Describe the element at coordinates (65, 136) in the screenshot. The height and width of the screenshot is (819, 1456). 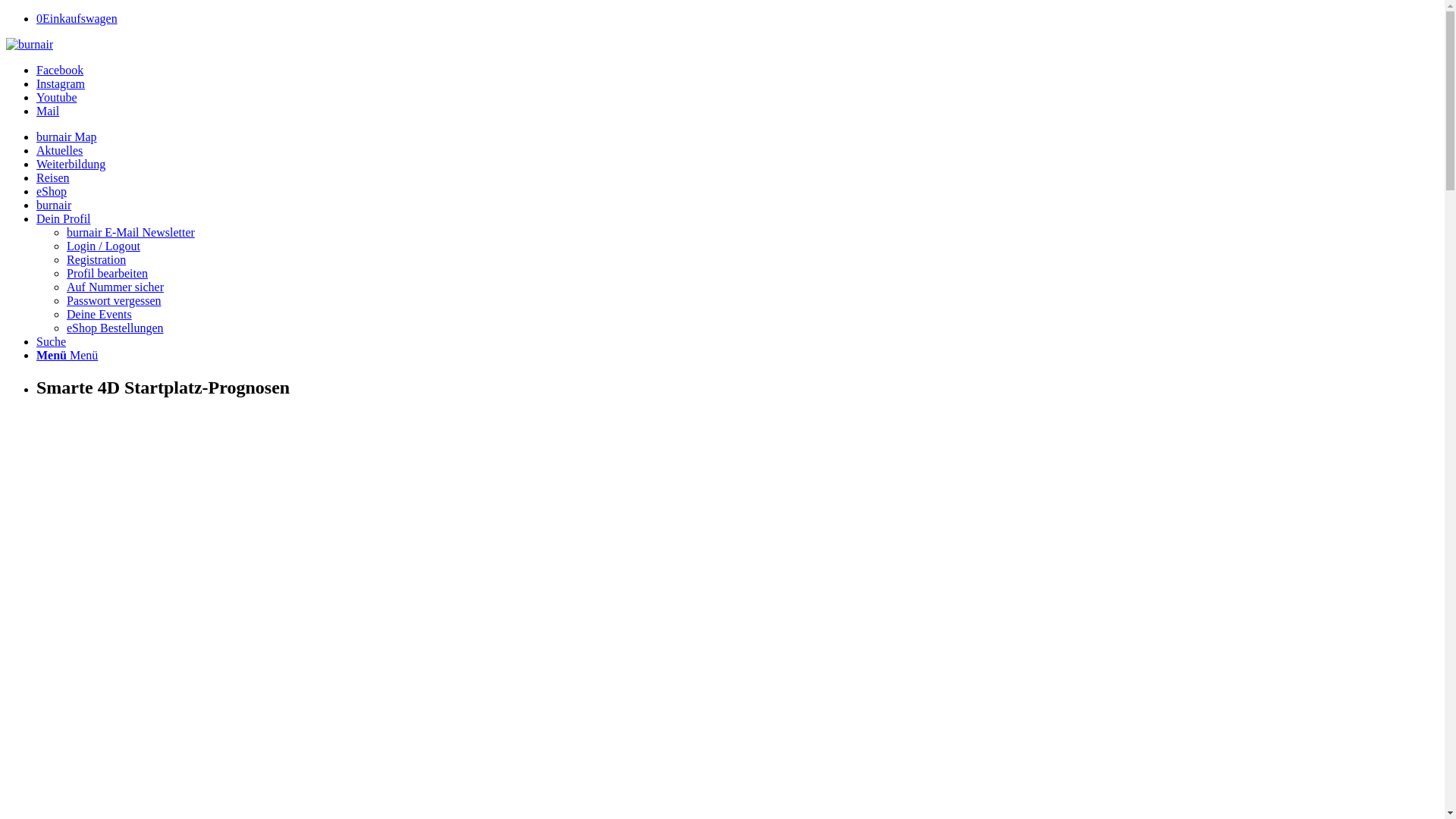
I see `'burnair Map'` at that location.